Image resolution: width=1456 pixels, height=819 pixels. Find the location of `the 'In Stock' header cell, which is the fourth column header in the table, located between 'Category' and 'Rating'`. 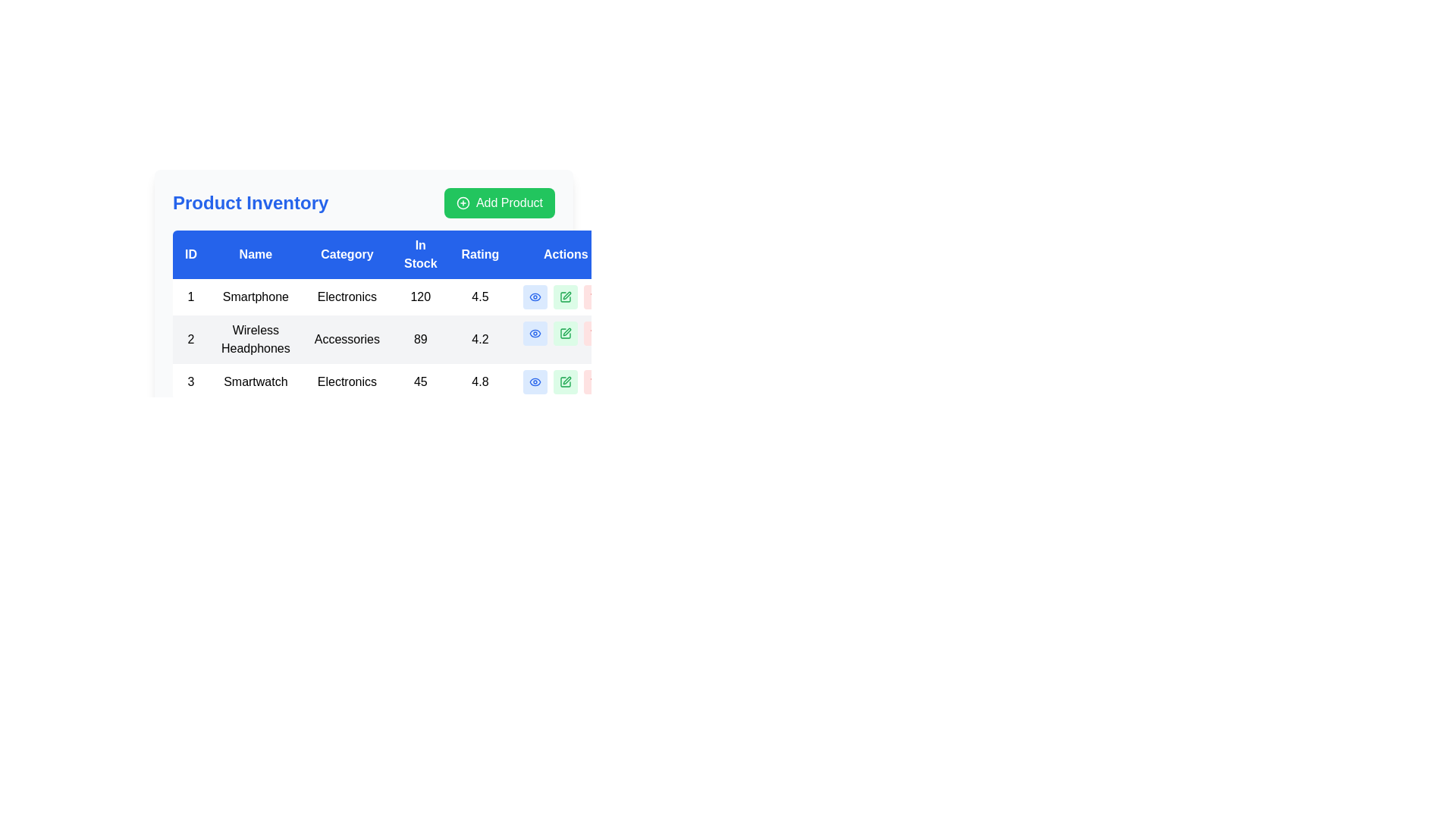

the 'In Stock' header cell, which is the fourth column header in the table, located between 'Category' and 'Rating' is located at coordinates (420, 253).